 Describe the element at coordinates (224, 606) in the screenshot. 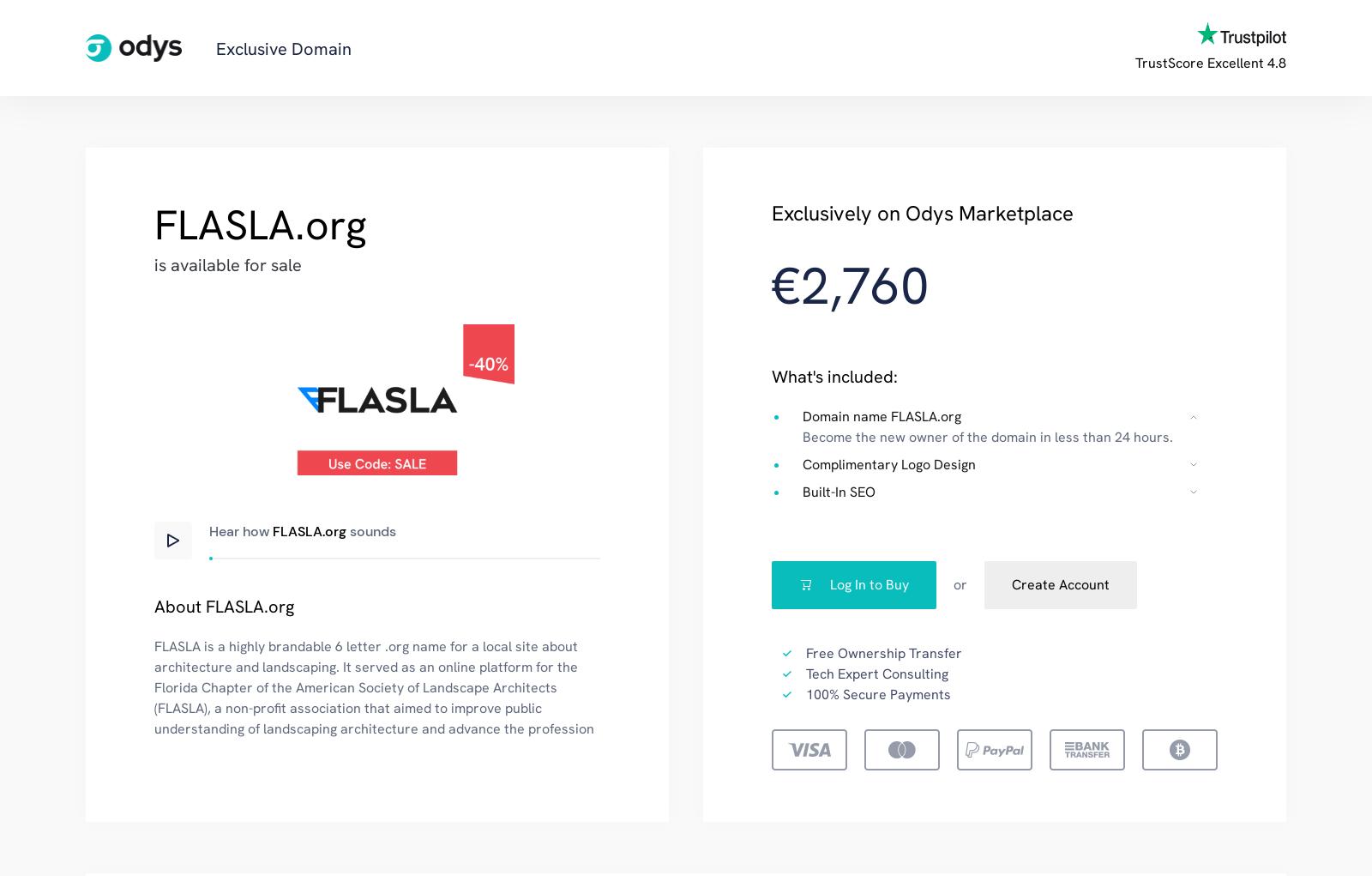

I see `'About FLASLA.org'` at that location.